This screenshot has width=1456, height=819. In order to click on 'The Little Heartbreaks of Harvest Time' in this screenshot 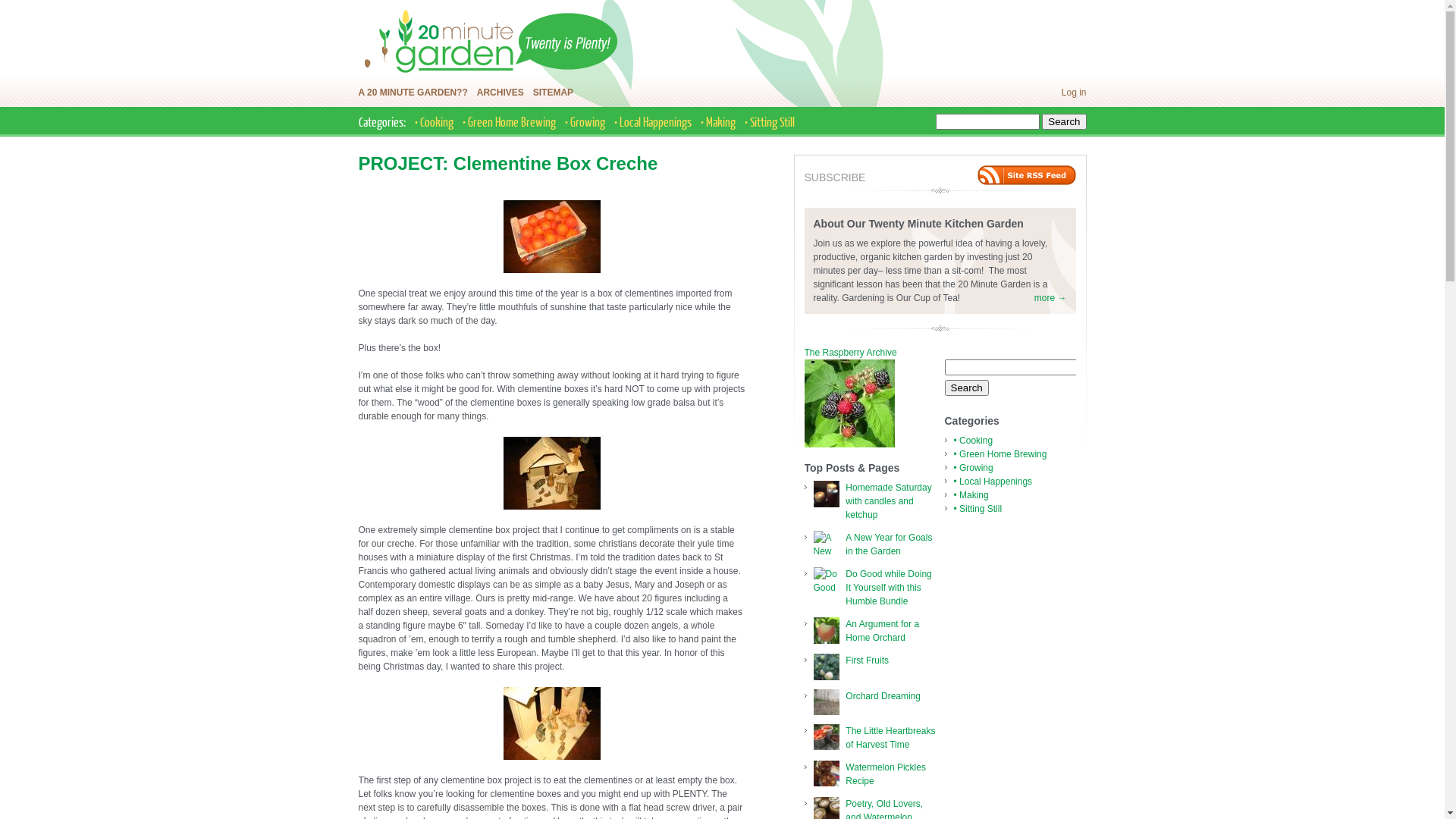, I will do `click(890, 736)`.